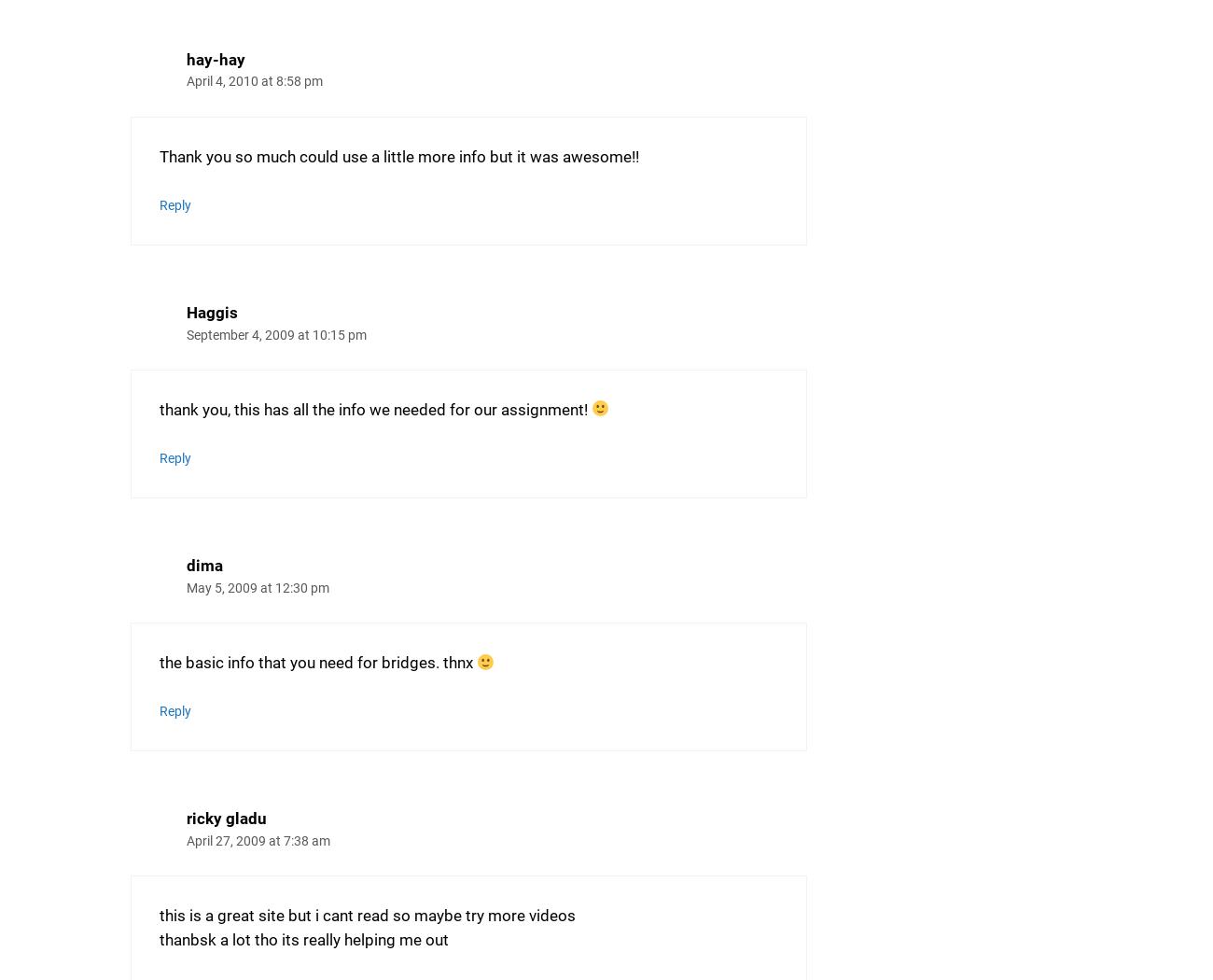 The height and width of the screenshot is (980, 1213). I want to click on 'thank you, this has all the info we needed for our assignment!', so click(159, 407).